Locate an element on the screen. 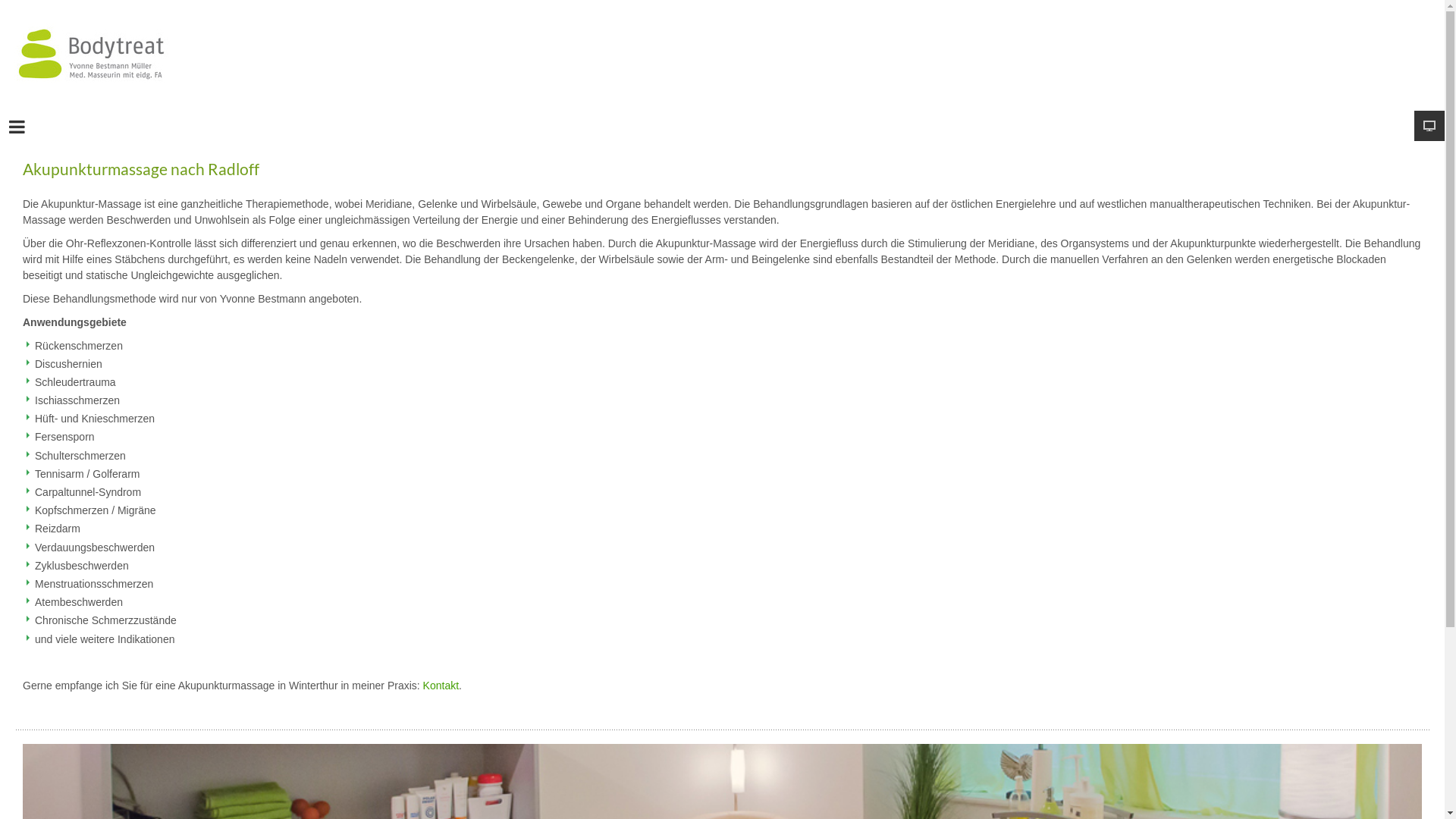 This screenshot has width=1456, height=819. 'Kontakt' is located at coordinates (440, 685).